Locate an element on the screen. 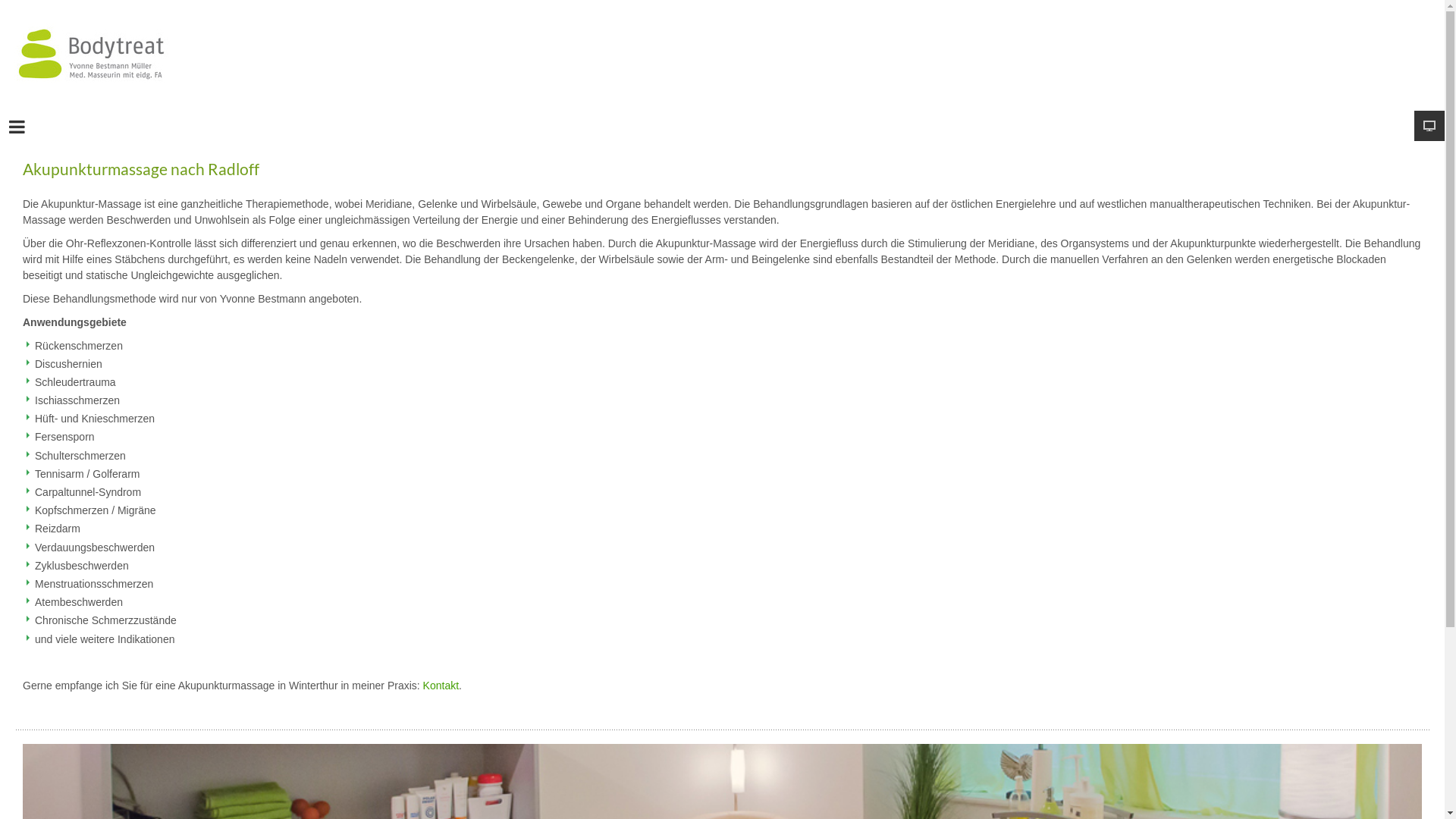 This screenshot has width=1456, height=819. 'Kontakt' is located at coordinates (440, 685).